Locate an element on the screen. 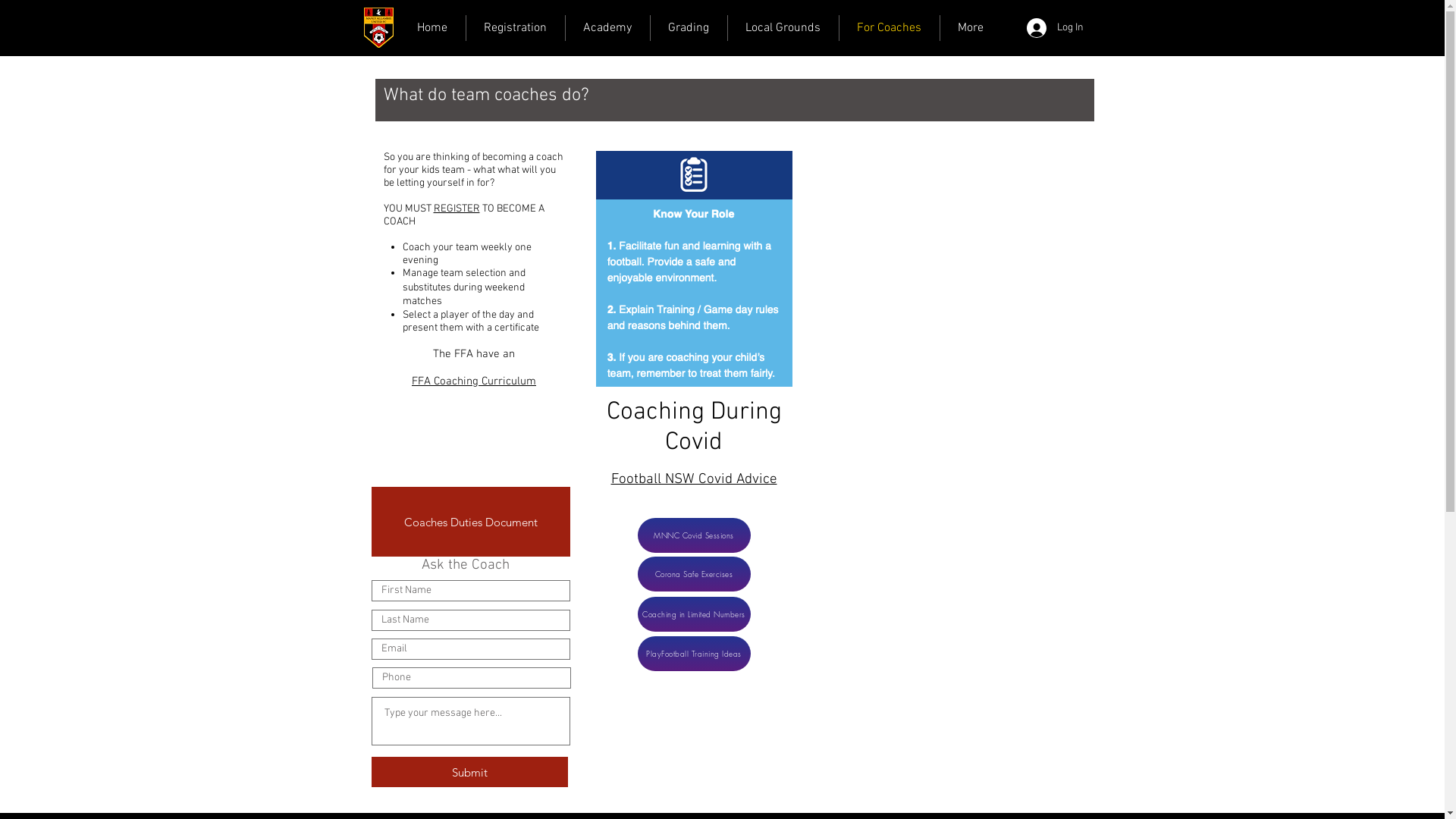  'Academy' is located at coordinates (607, 28).